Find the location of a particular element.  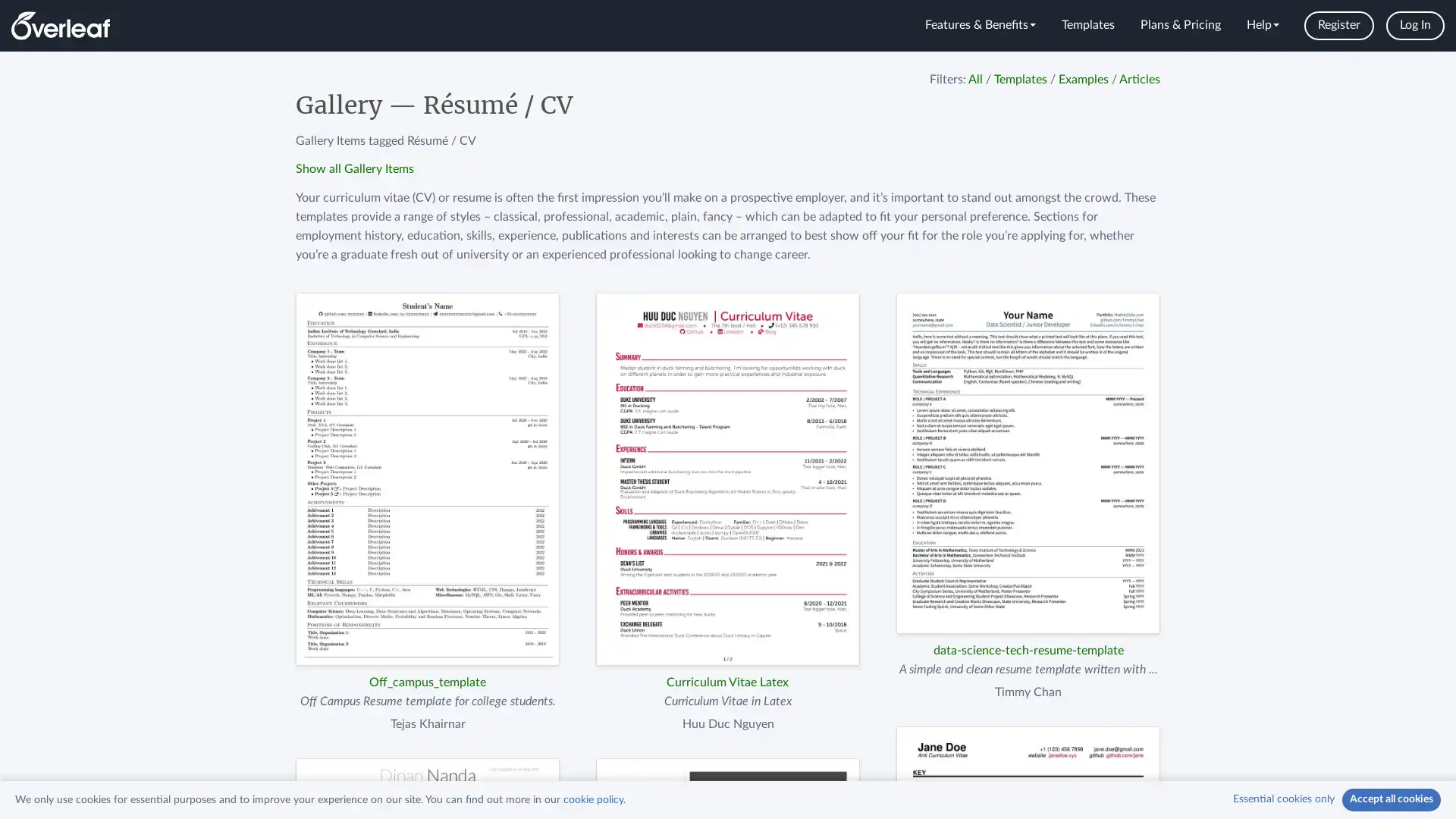

Accept all cookies is located at coordinates (1391, 799).